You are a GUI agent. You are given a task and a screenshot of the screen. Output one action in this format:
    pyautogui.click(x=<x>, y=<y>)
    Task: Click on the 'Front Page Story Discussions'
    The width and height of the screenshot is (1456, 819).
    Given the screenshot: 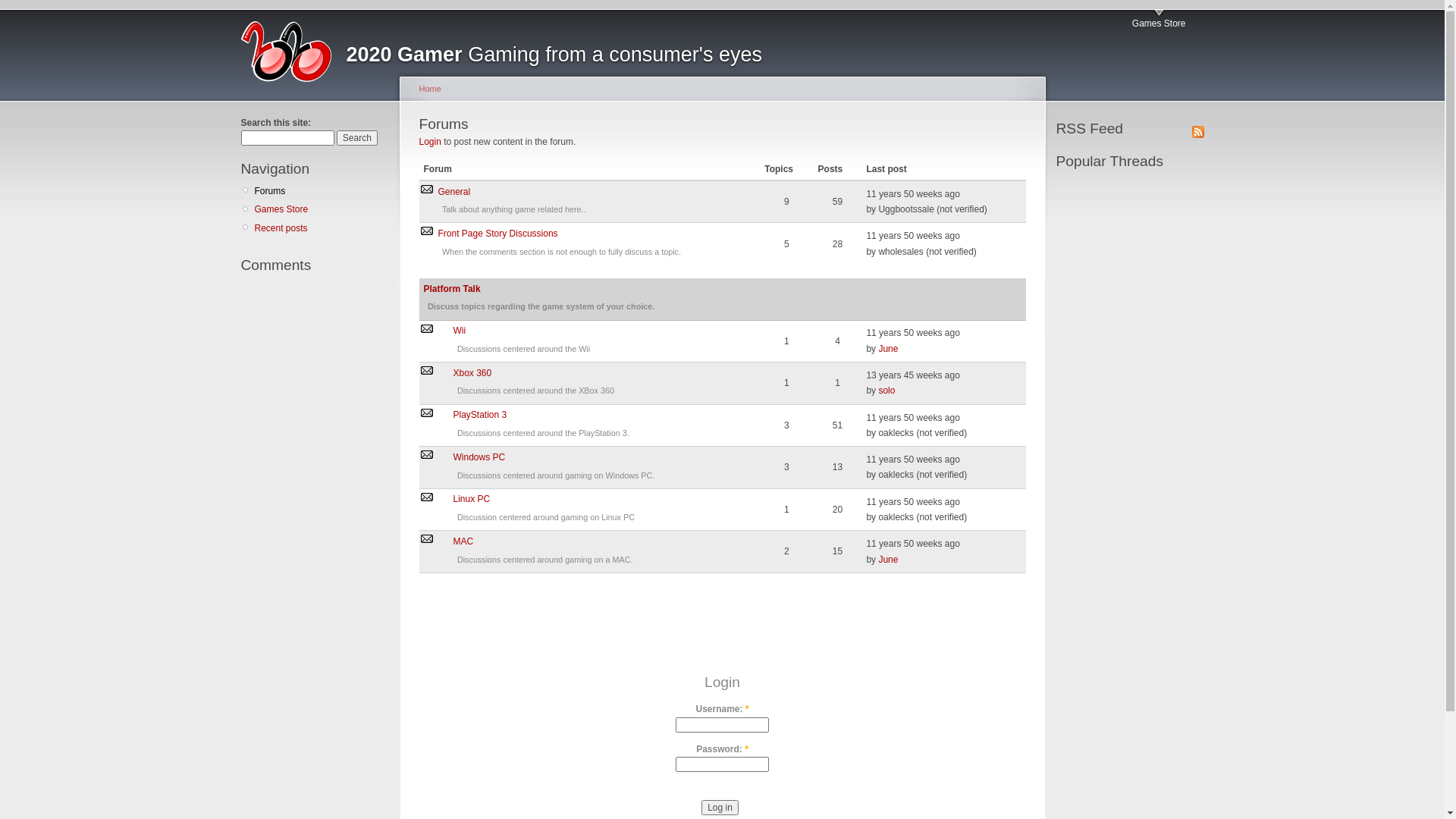 What is the action you would take?
    pyautogui.click(x=498, y=234)
    